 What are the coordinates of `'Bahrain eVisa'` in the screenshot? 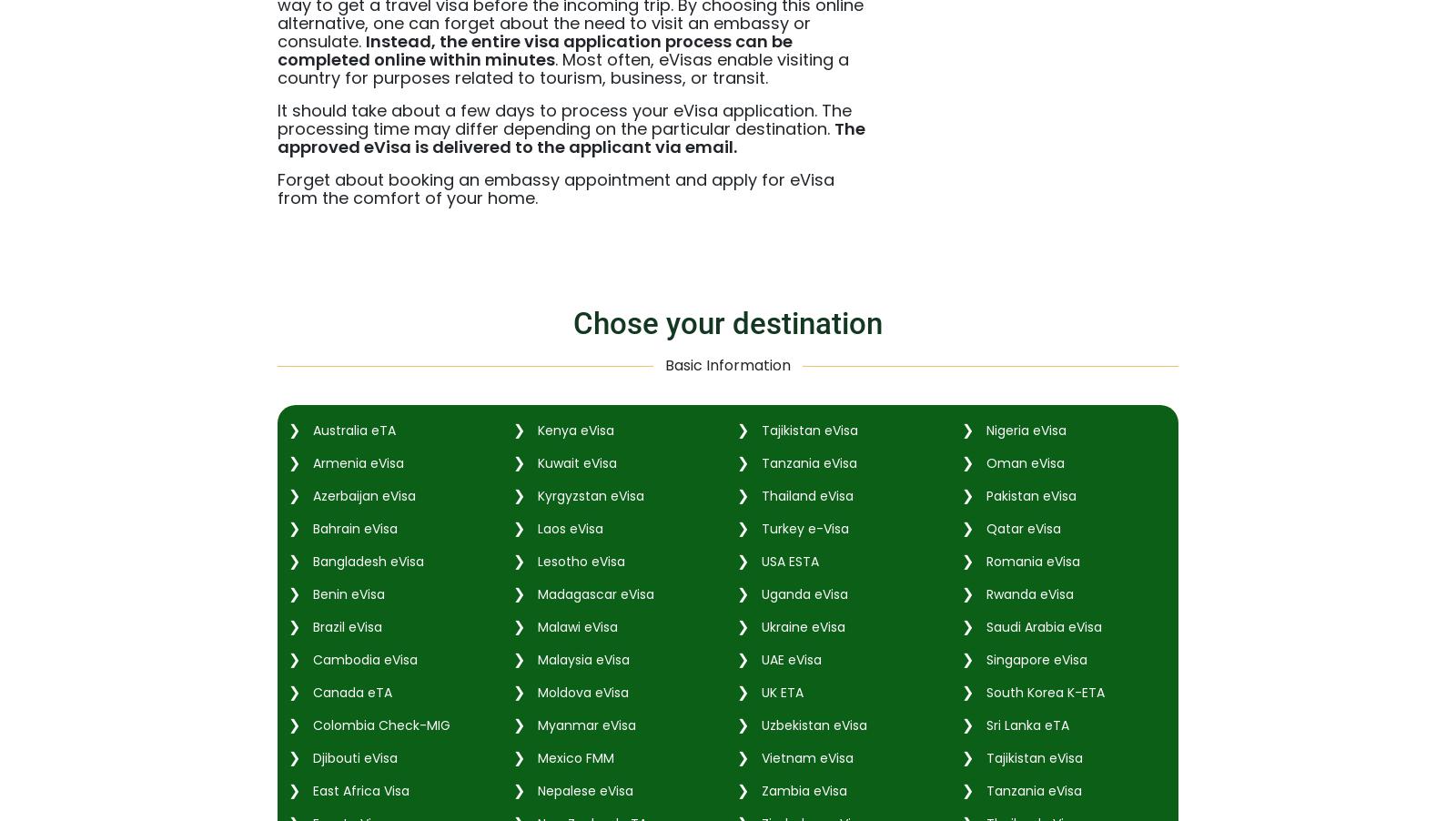 It's located at (353, 527).